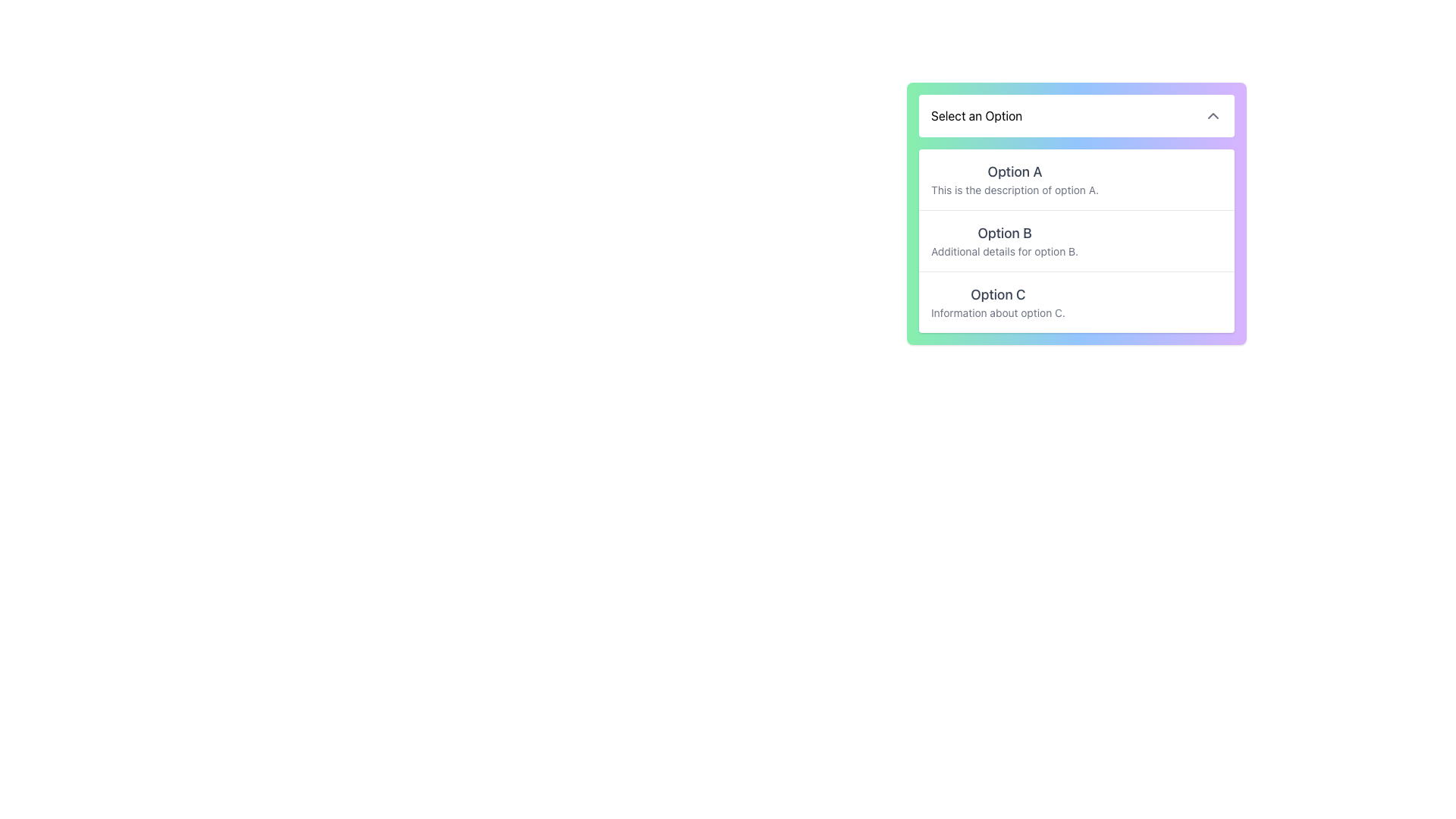 This screenshot has width=1456, height=819. What do you see at coordinates (1076, 301) in the screenshot?
I see `the selectable option labeled 'Option C'` at bounding box center [1076, 301].